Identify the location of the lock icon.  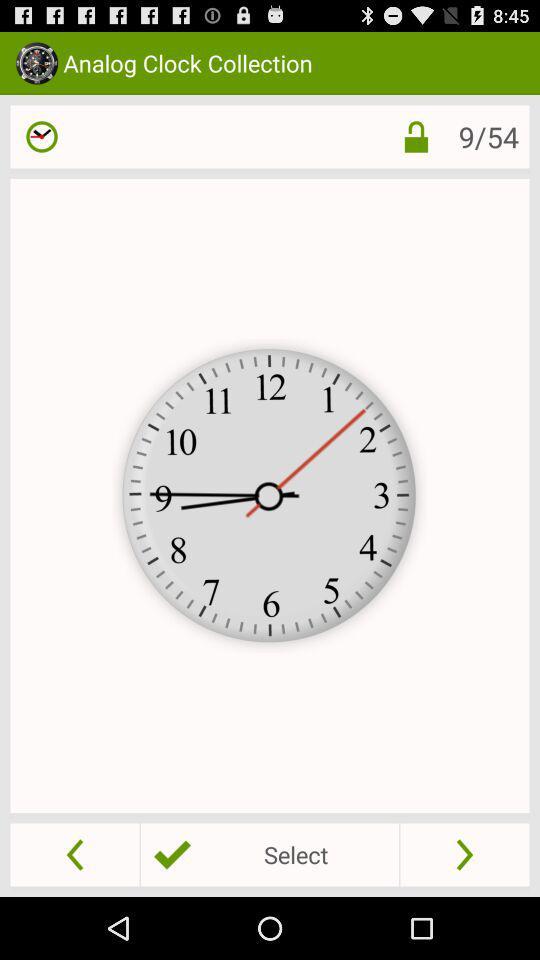
(400, 145).